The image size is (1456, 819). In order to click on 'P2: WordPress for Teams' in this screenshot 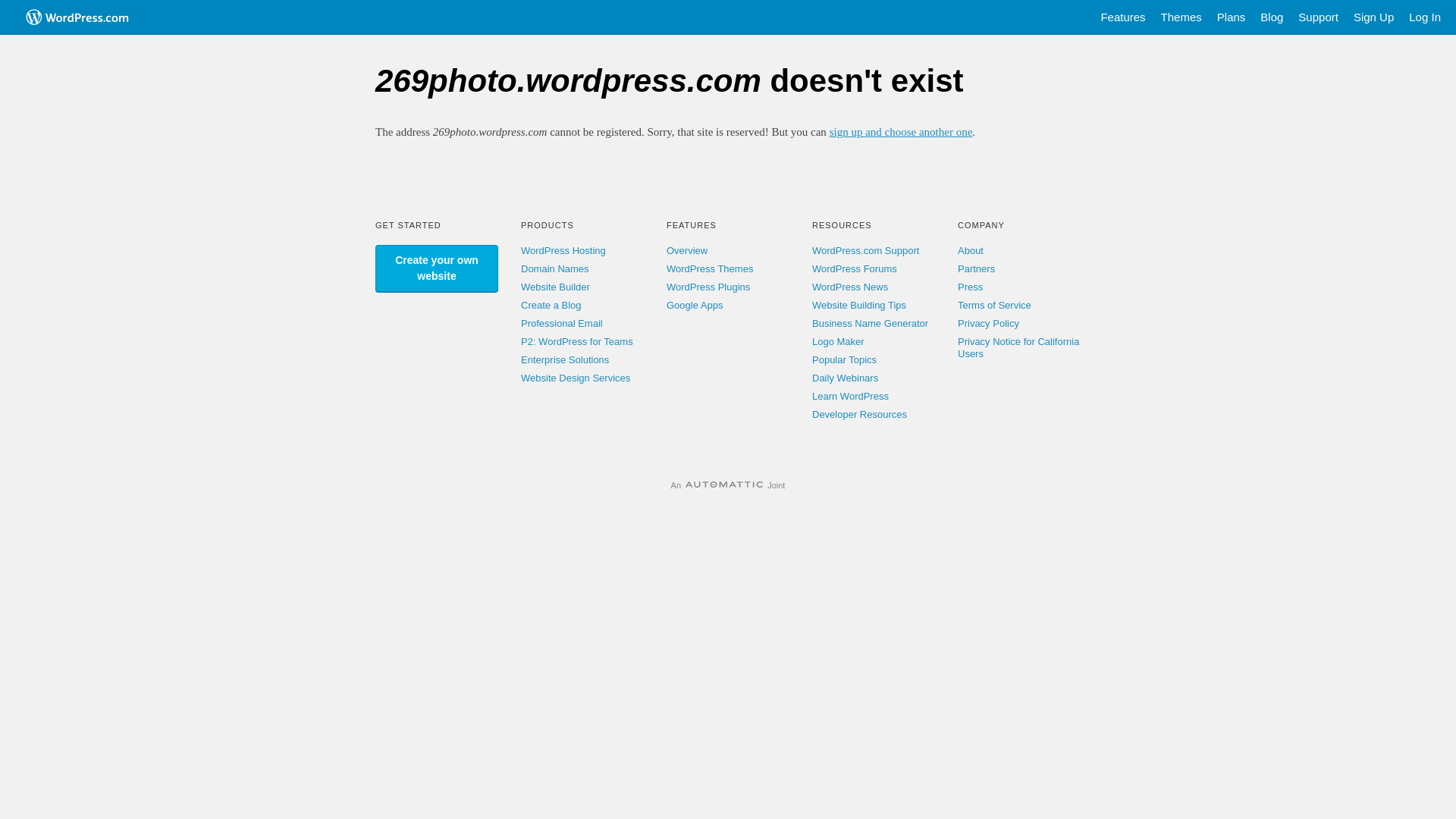, I will do `click(576, 341)`.